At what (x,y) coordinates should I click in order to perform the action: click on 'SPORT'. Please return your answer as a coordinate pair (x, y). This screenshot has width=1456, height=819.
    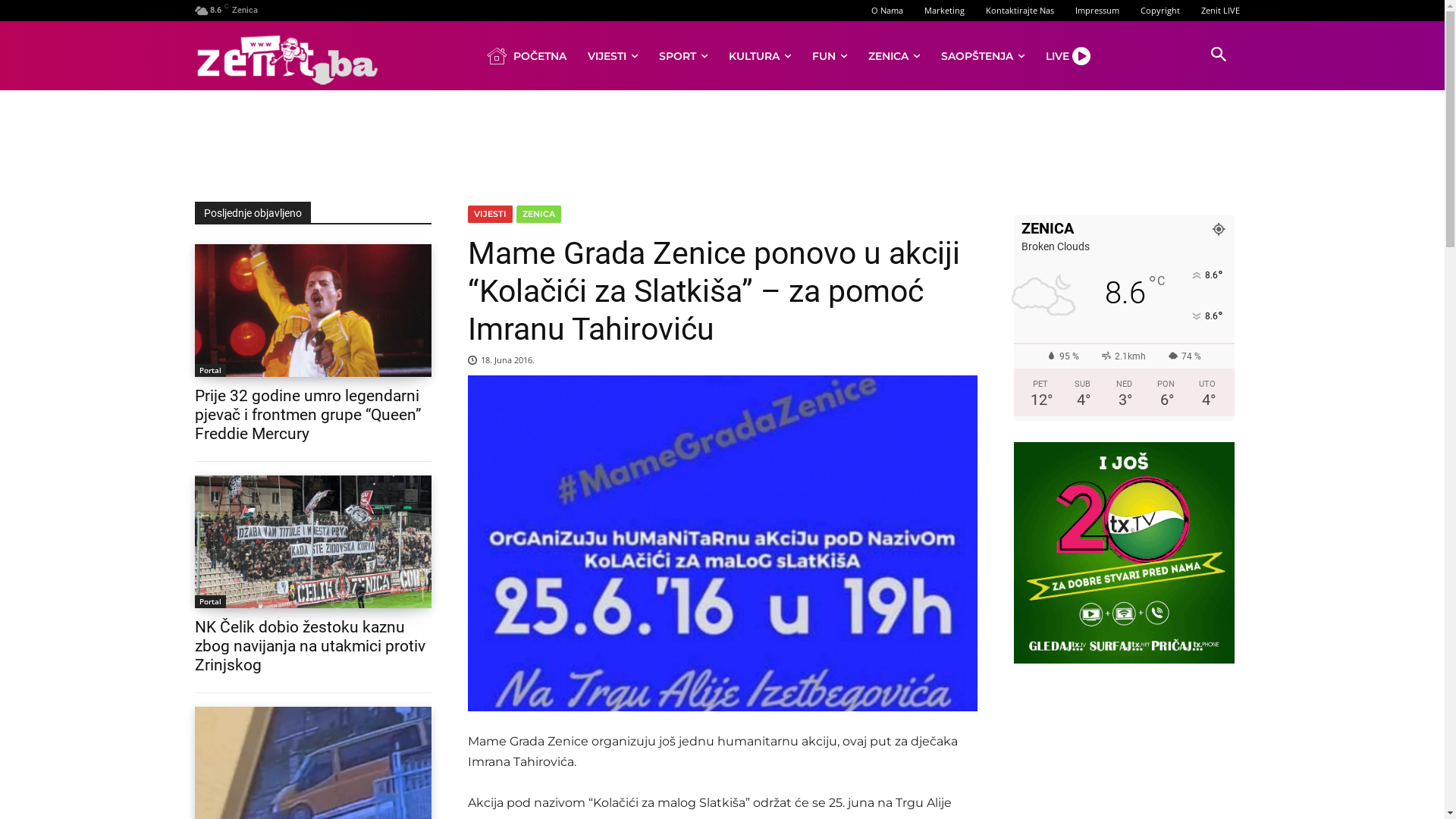
    Looking at the image, I should click on (648, 55).